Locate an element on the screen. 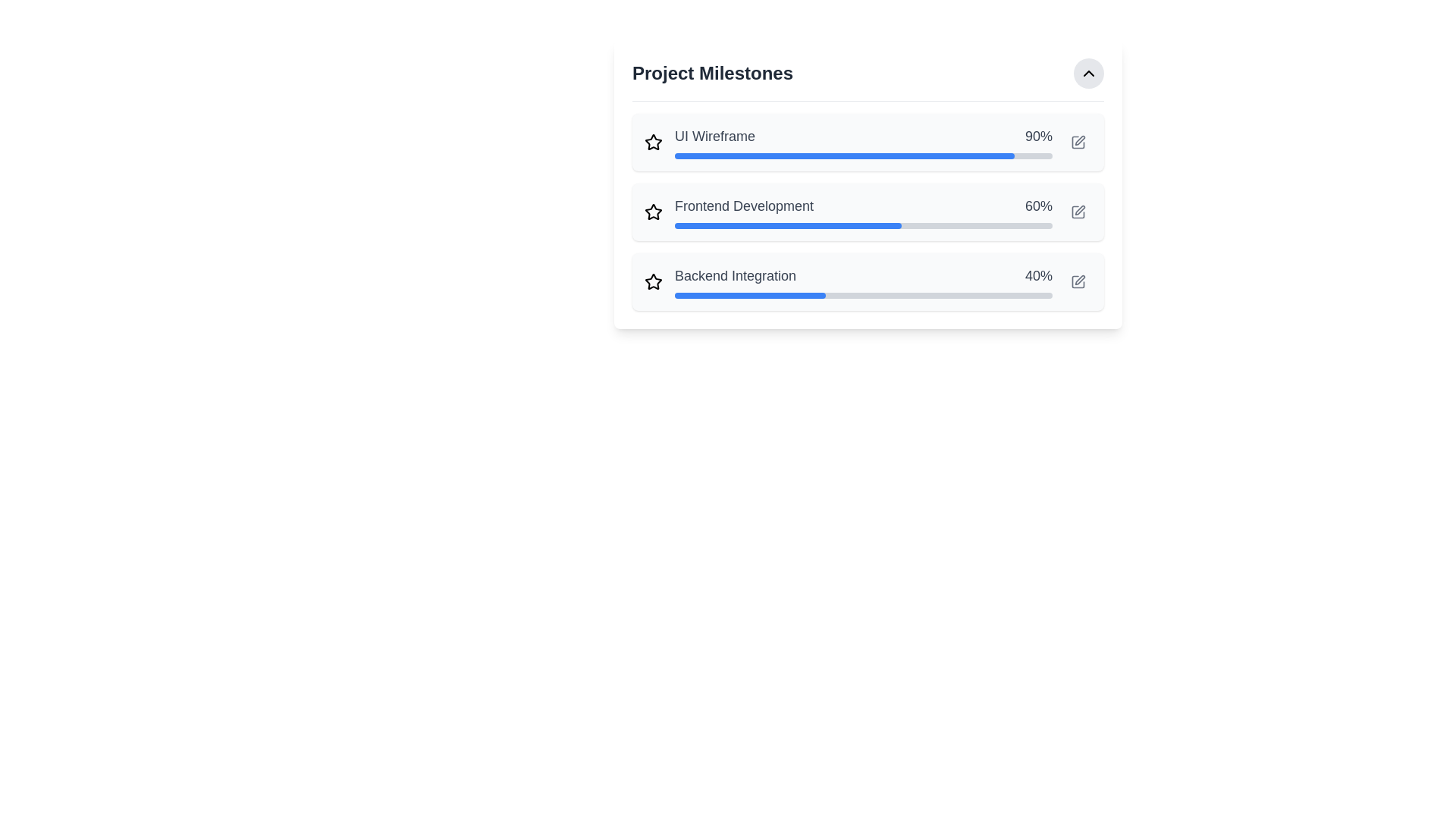 This screenshot has height=819, width=1456. the square icon button with a pencil overlay, indicating 'edit' functionality, located at the right side of the 'Backend Integration' progress bar to change its color is located at coordinates (1077, 281).